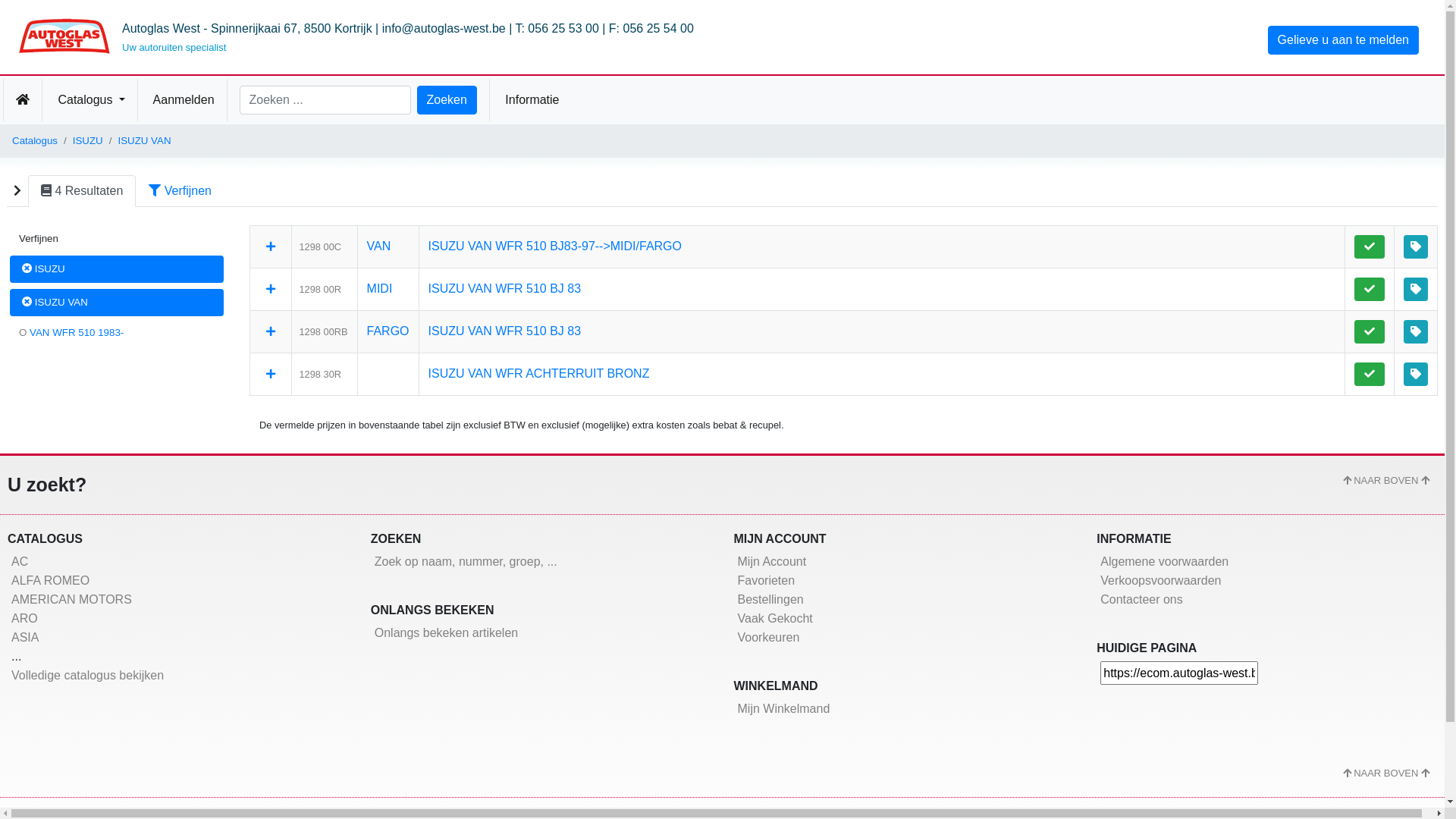 This screenshot has width=1456, height=819. I want to click on 'Volledige catalogus bekijken', so click(86, 674).